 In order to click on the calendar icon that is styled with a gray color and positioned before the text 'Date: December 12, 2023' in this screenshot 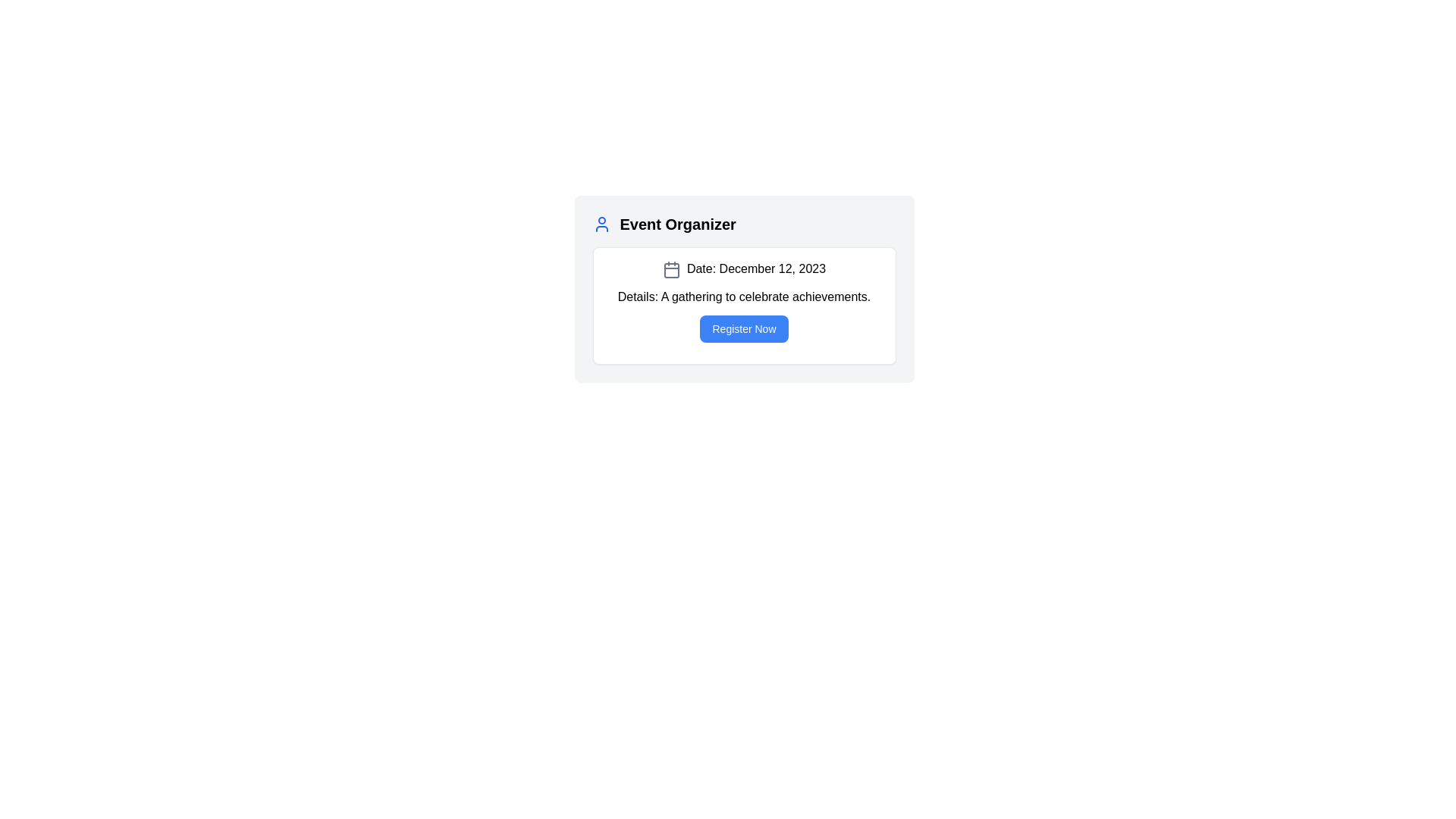, I will do `click(670, 268)`.